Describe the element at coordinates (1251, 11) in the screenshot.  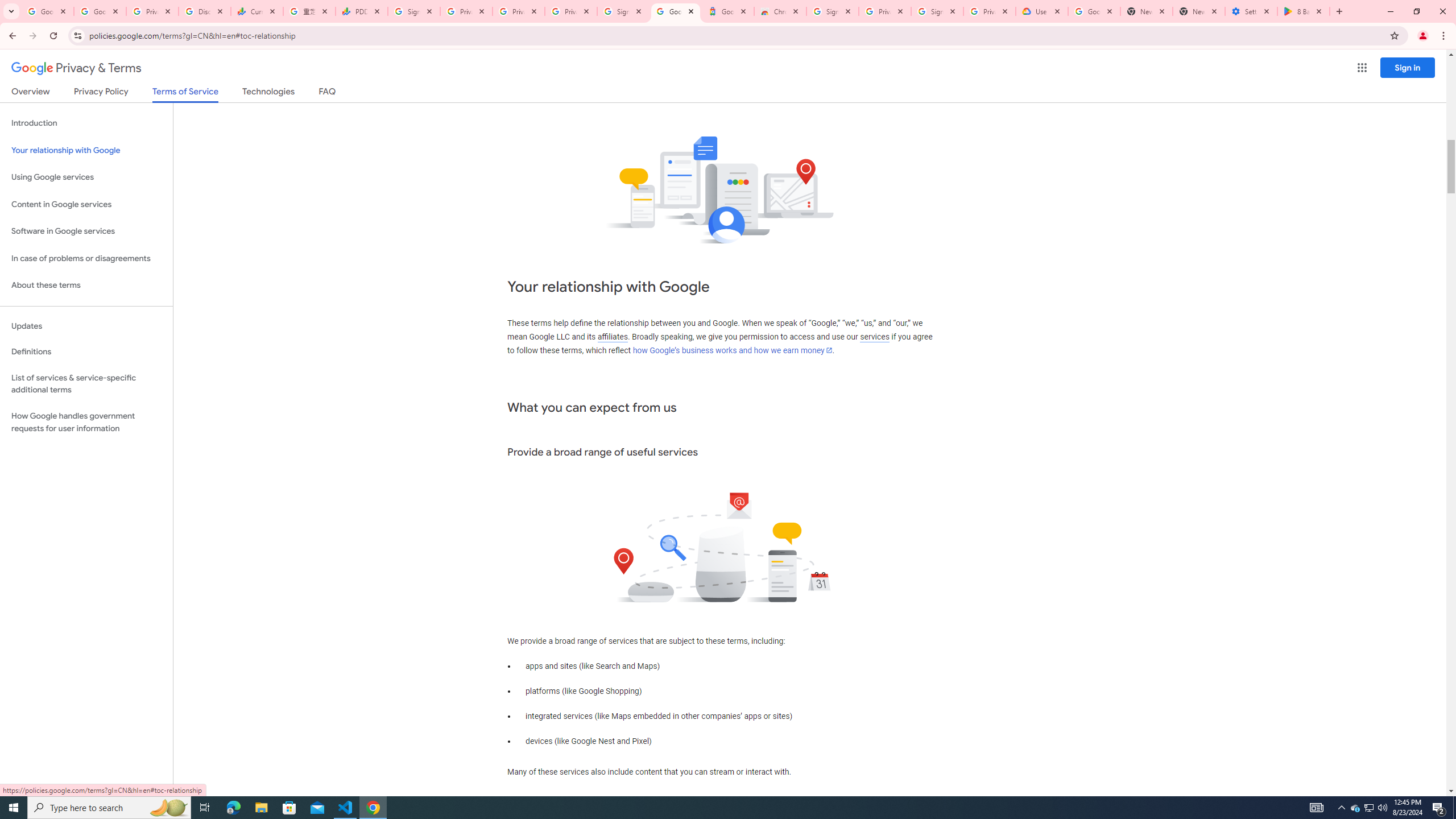
I see `'Settings - System'` at that location.